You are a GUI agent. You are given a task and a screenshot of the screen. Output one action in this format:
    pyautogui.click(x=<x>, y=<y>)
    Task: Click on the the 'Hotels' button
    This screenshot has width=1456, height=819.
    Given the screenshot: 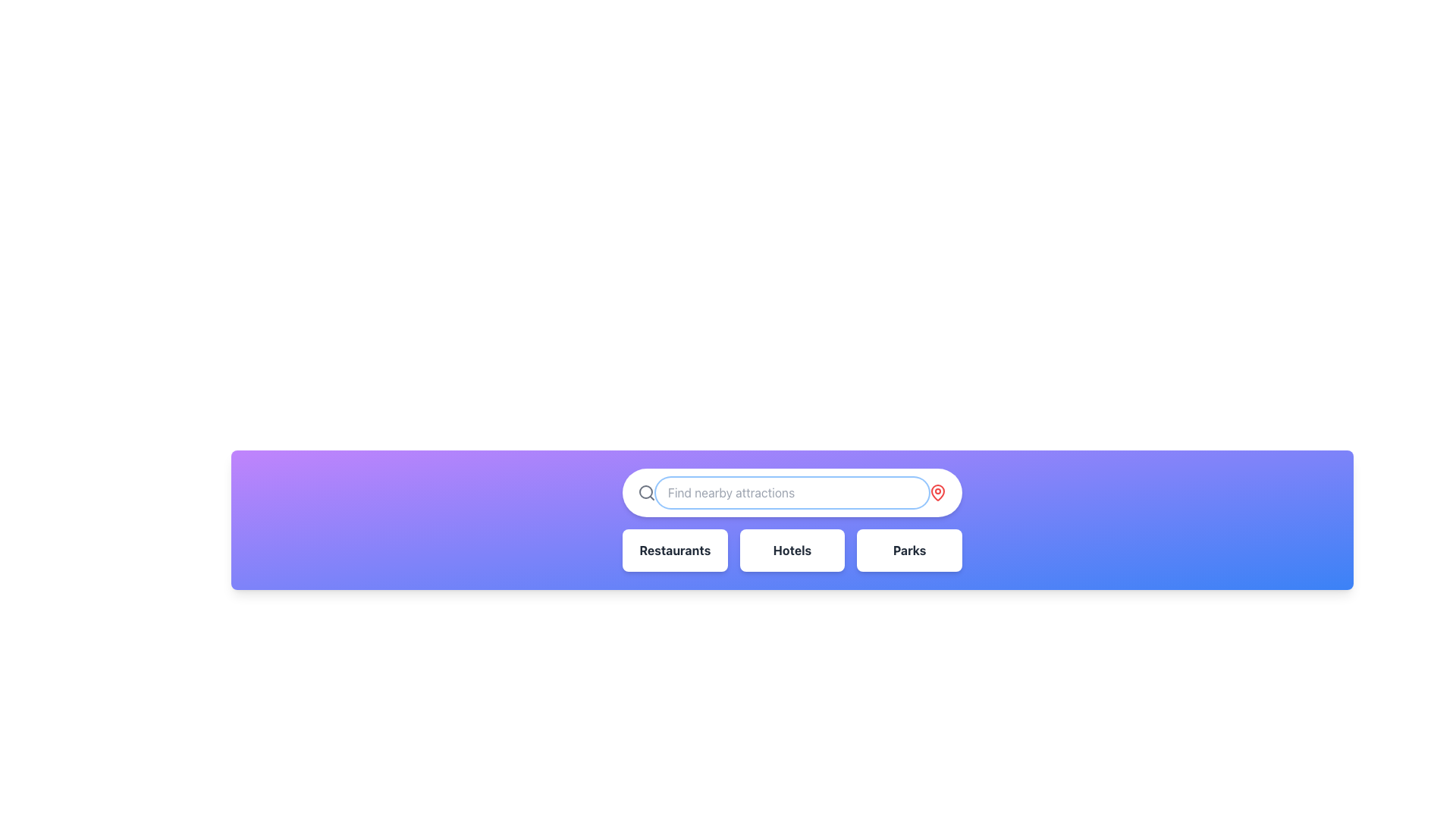 What is the action you would take?
    pyautogui.click(x=792, y=550)
    